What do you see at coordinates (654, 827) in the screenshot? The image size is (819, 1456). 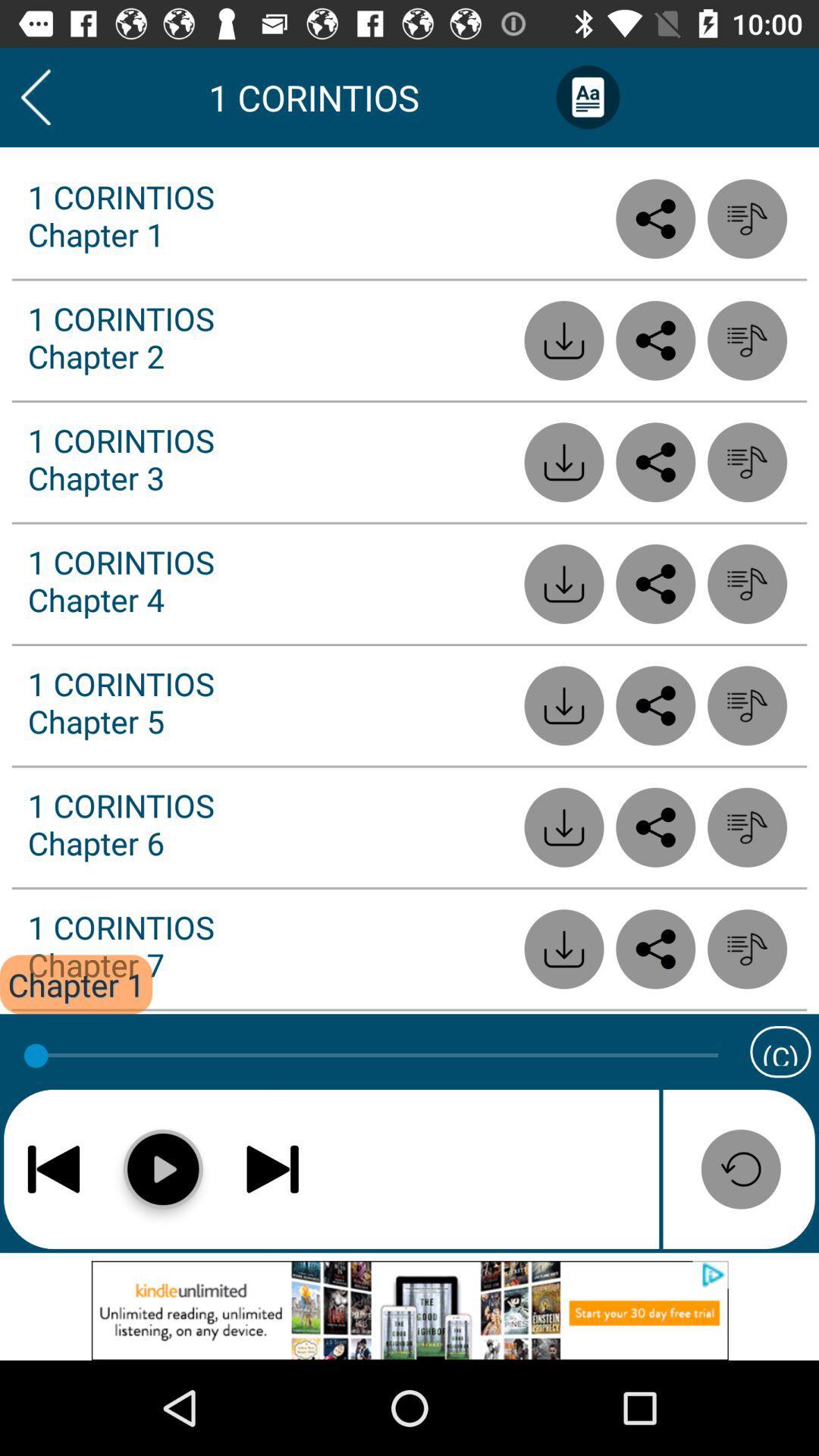 I see `share 1 corintios chapter 6` at bounding box center [654, 827].